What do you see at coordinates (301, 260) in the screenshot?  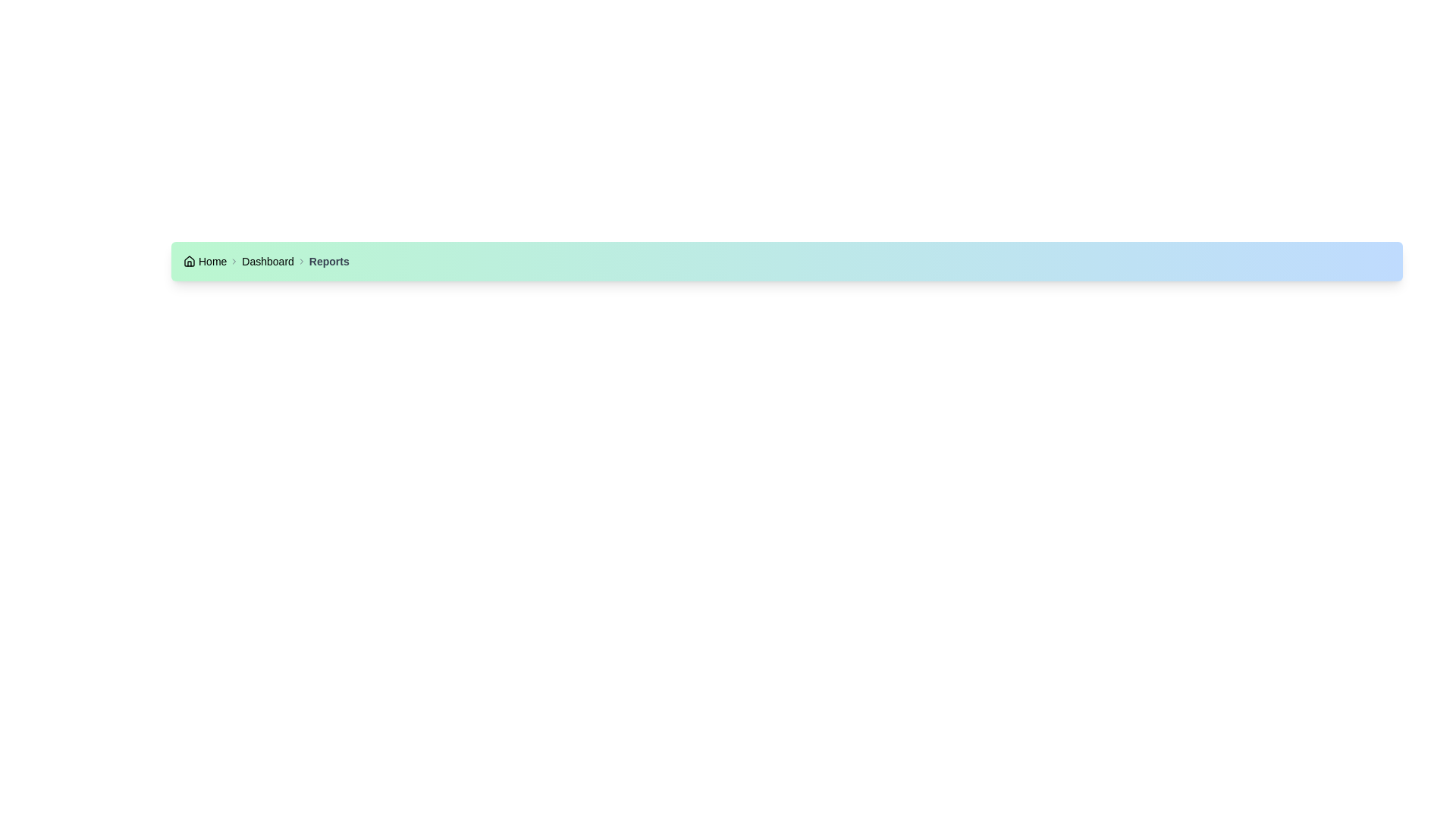 I see `the separator icon in the breadcrumb navigation that visually indicates the relationship between 'Dashboard' and 'Reports'` at bounding box center [301, 260].